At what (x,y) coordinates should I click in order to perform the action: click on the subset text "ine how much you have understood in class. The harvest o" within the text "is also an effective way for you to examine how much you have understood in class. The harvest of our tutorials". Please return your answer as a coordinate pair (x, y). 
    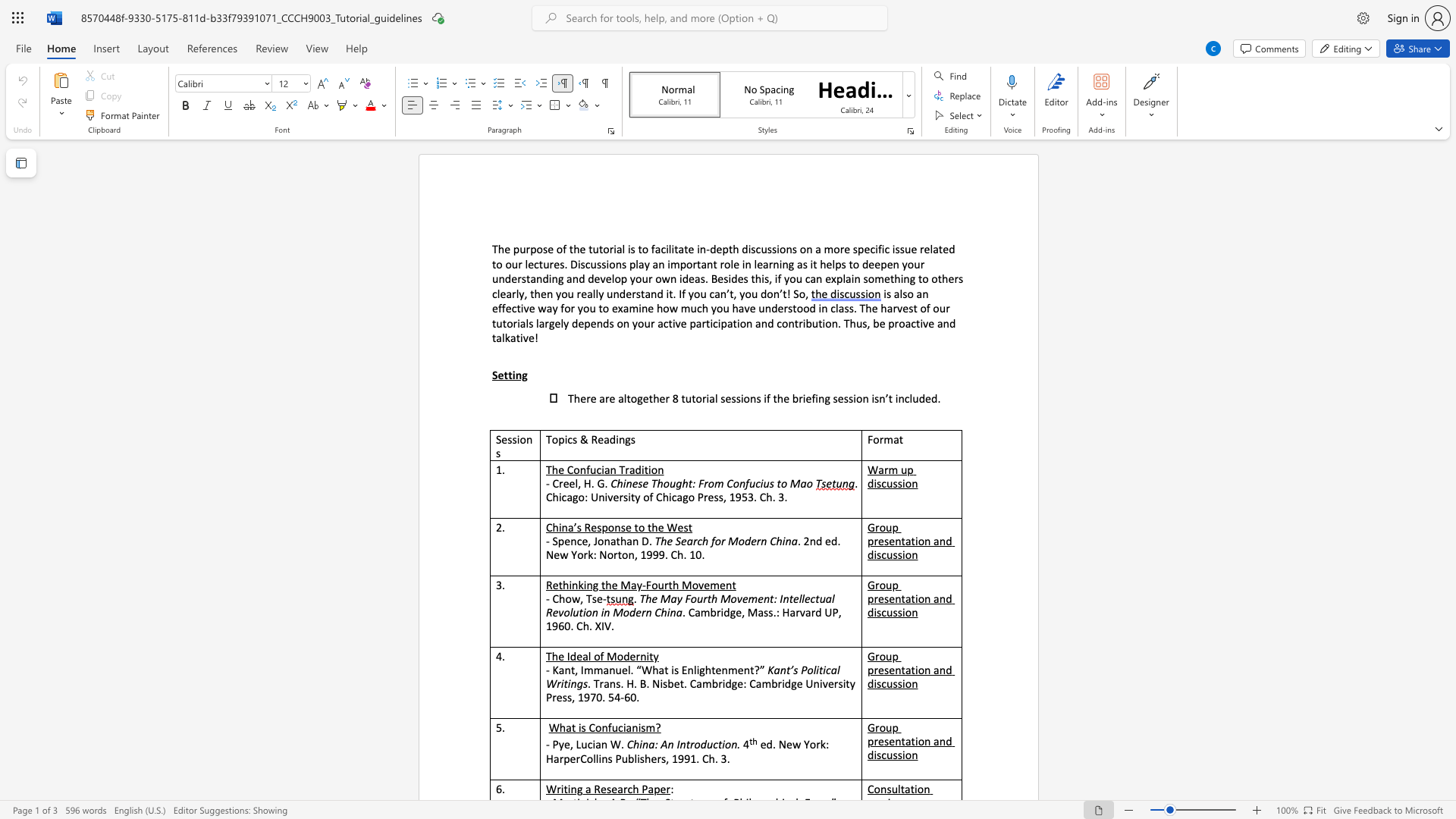
    Looking at the image, I should click on (639, 307).